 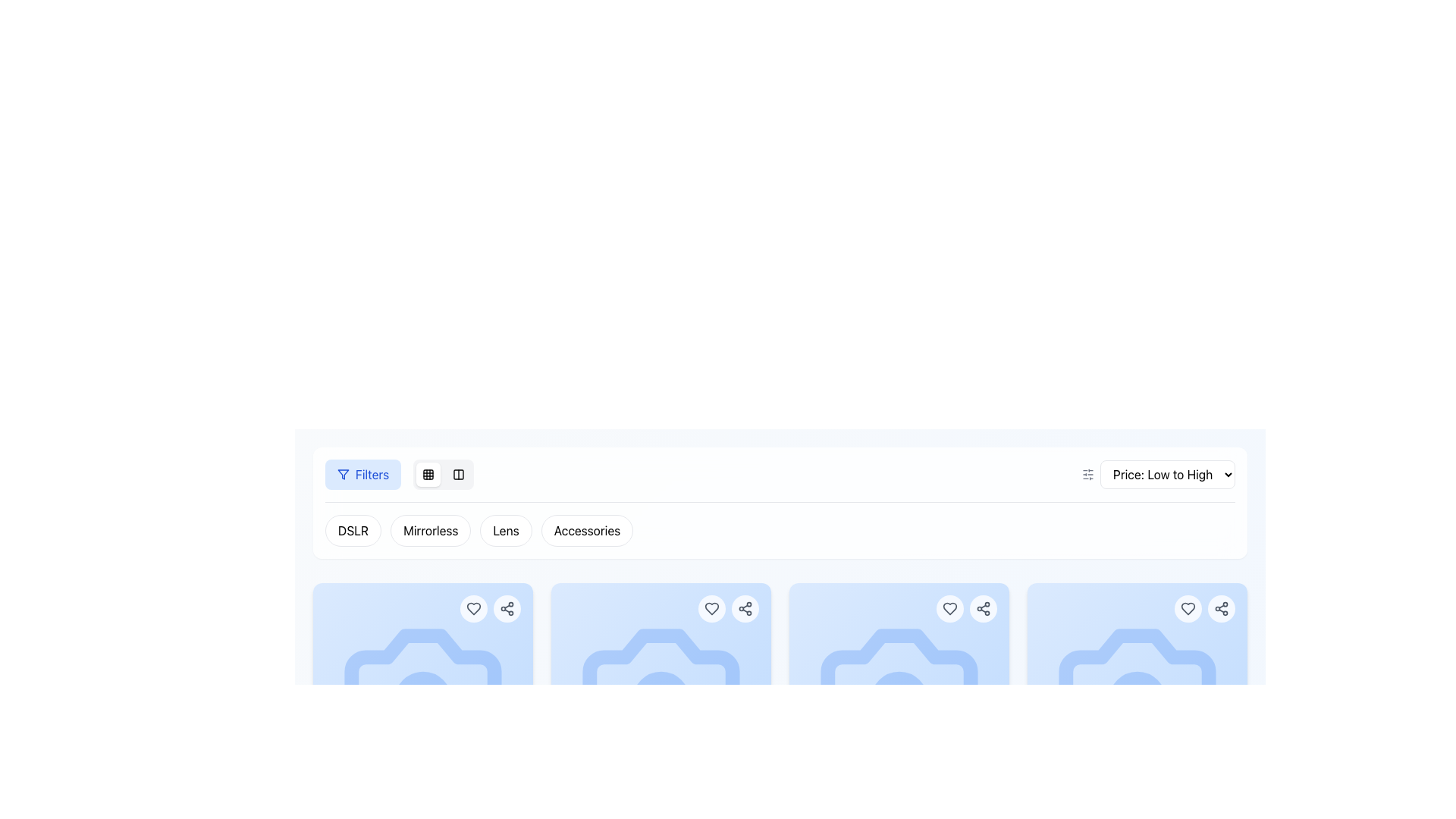 What do you see at coordinates (400, 473) in the screenshot?
I see `the icons in the Composite control group containing the 'Filters' button to switch view modes` at bounding box center [400, 473].